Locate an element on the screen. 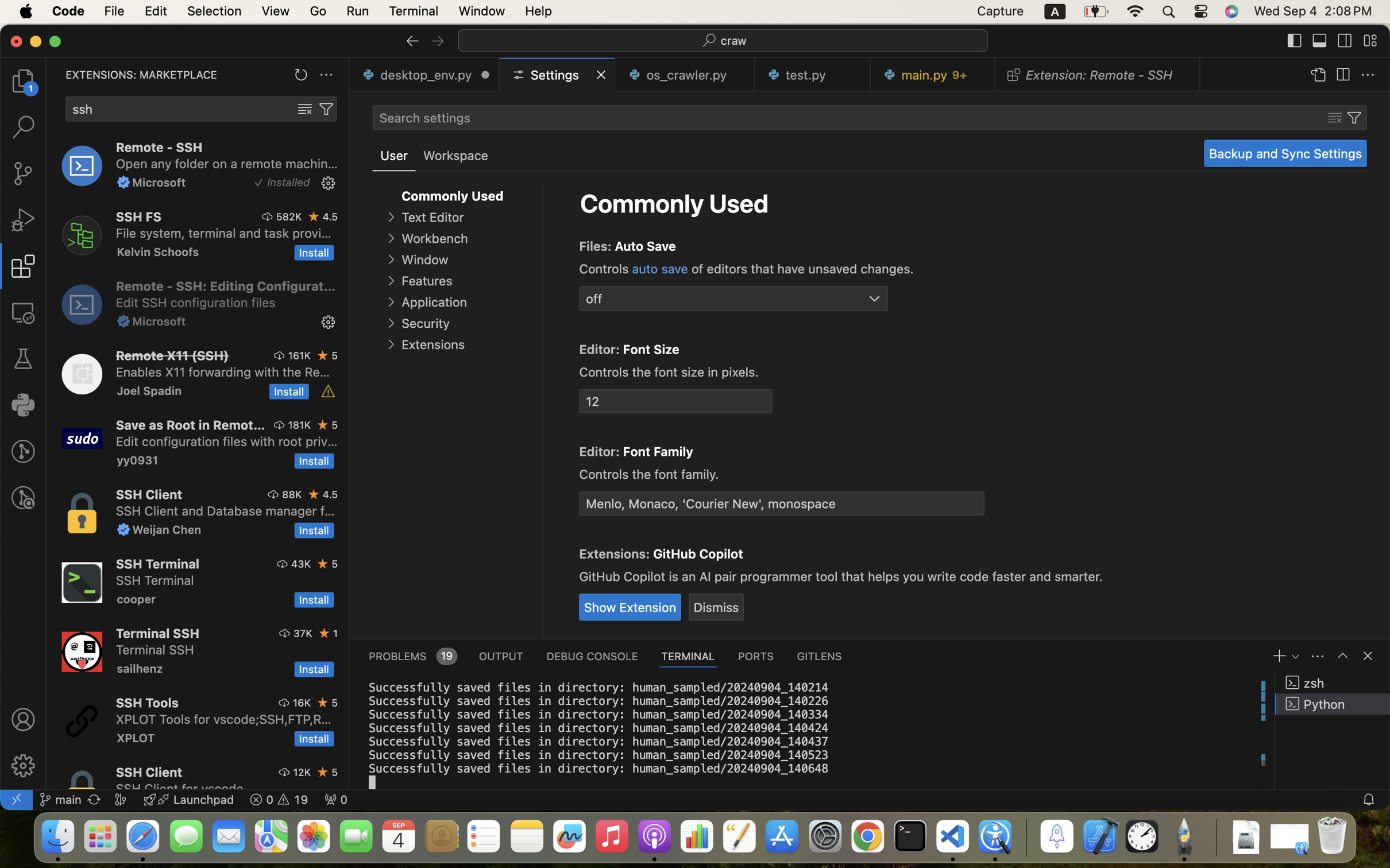 This screenshot has height=868, width=1390. '0 os_crawler.py  ' is located at coordinates (685, 74).